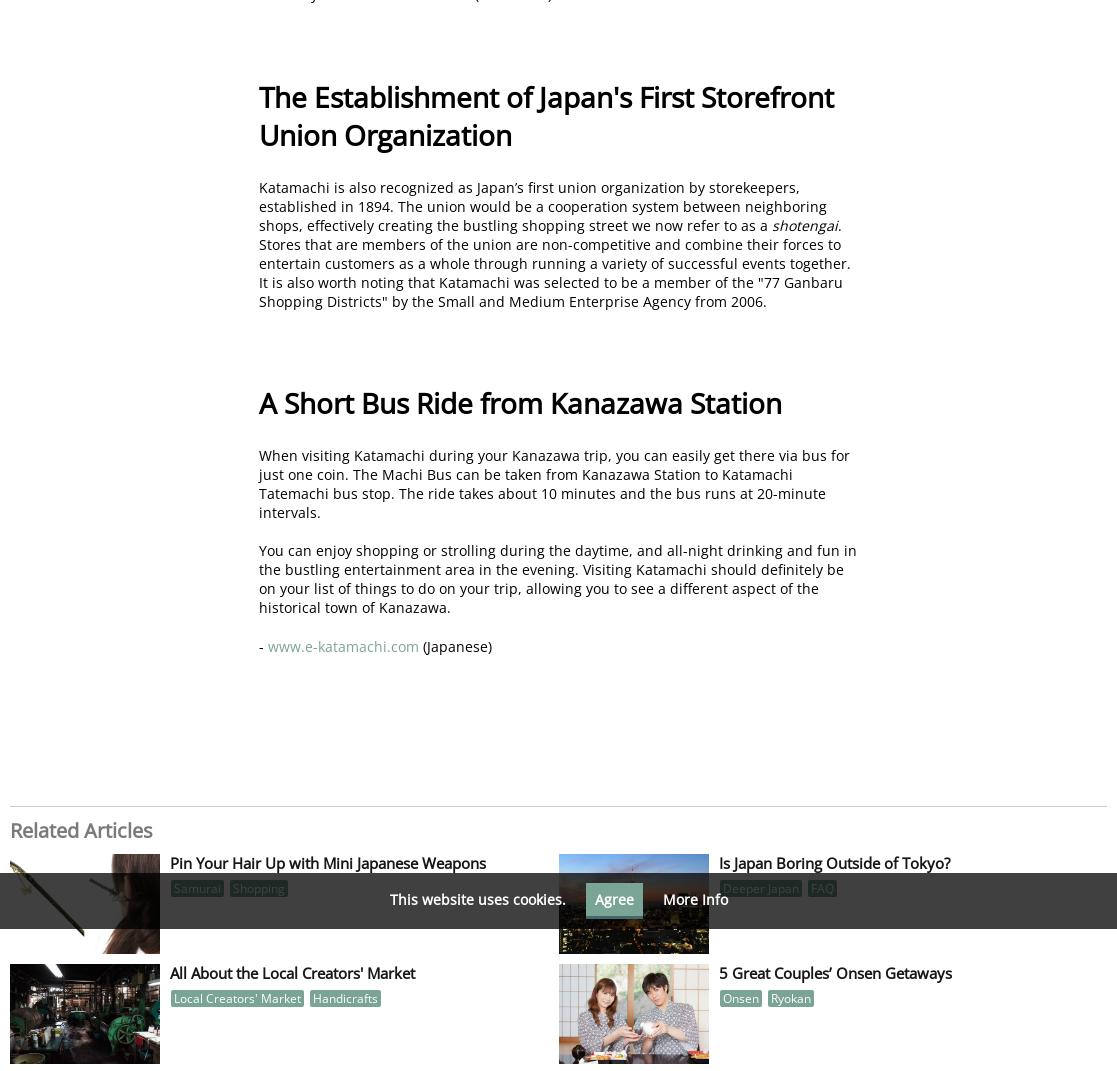  I want to click on 'shotengai', so click(804, 223).